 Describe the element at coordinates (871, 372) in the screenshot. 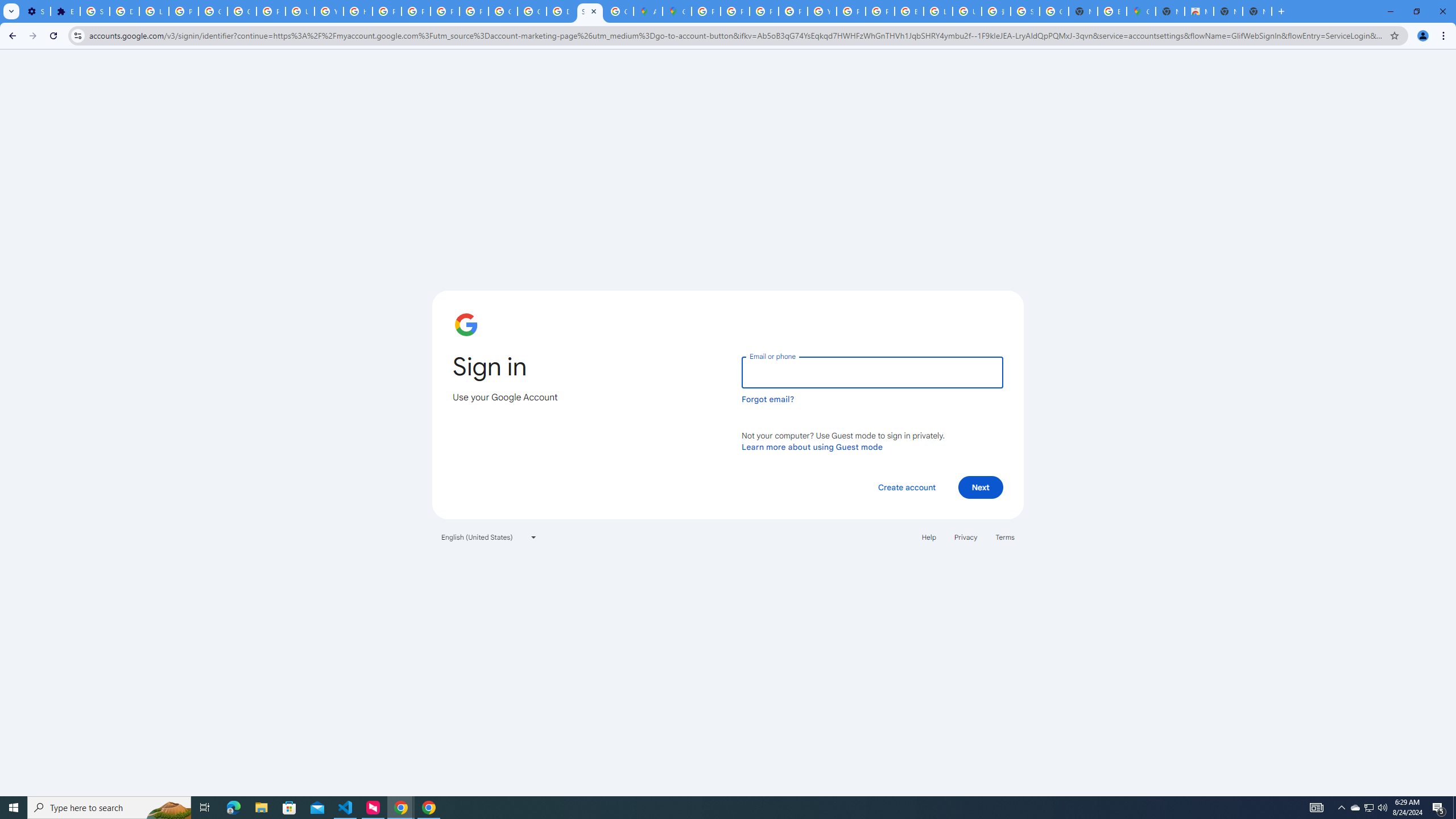

I see `'Email or phone'` at that location.